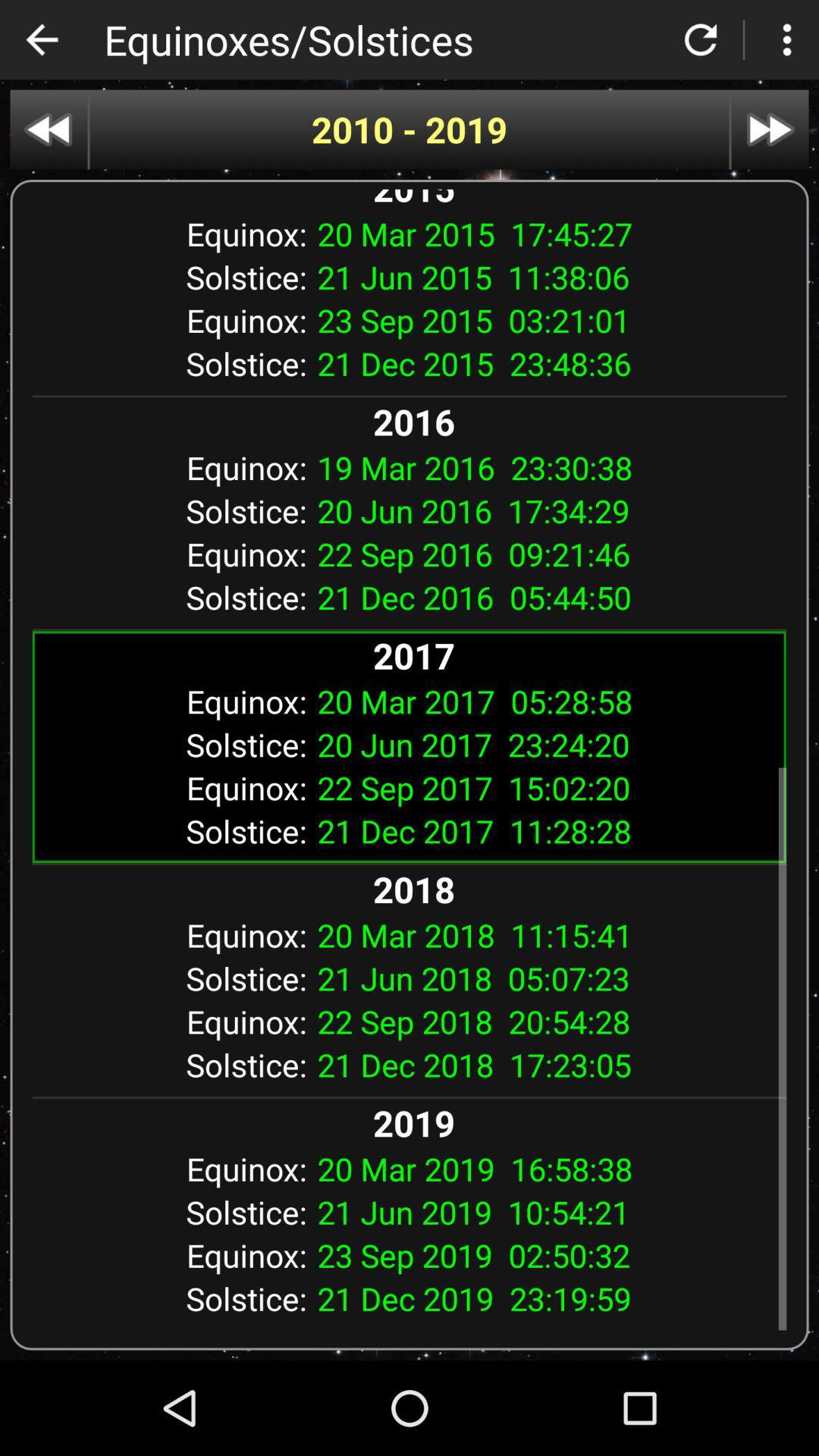  What do you see at coordinates (701, 39) in the screenshot?
I see `refresh page` at bounding box center [701, 39].